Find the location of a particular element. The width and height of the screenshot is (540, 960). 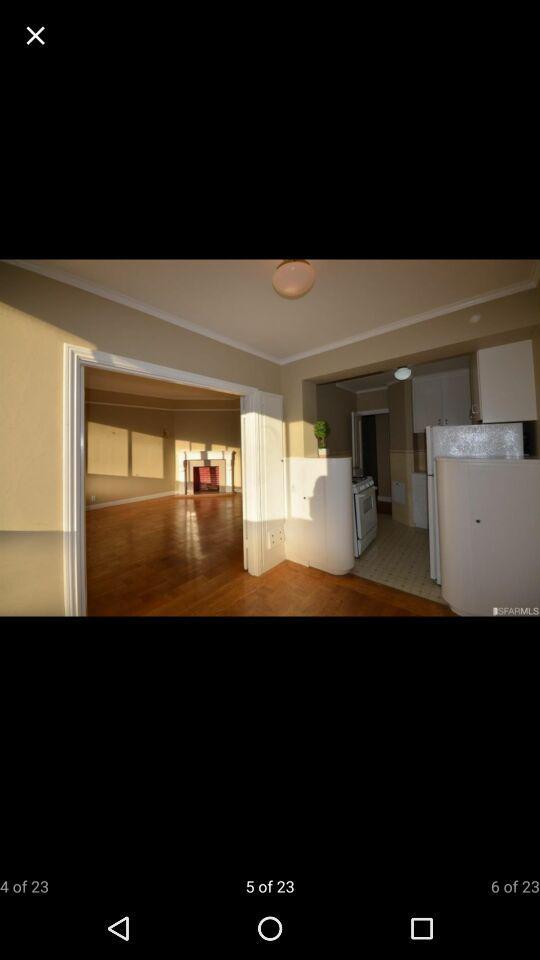

icon at the top left corner is located at coordinates (35, 34).